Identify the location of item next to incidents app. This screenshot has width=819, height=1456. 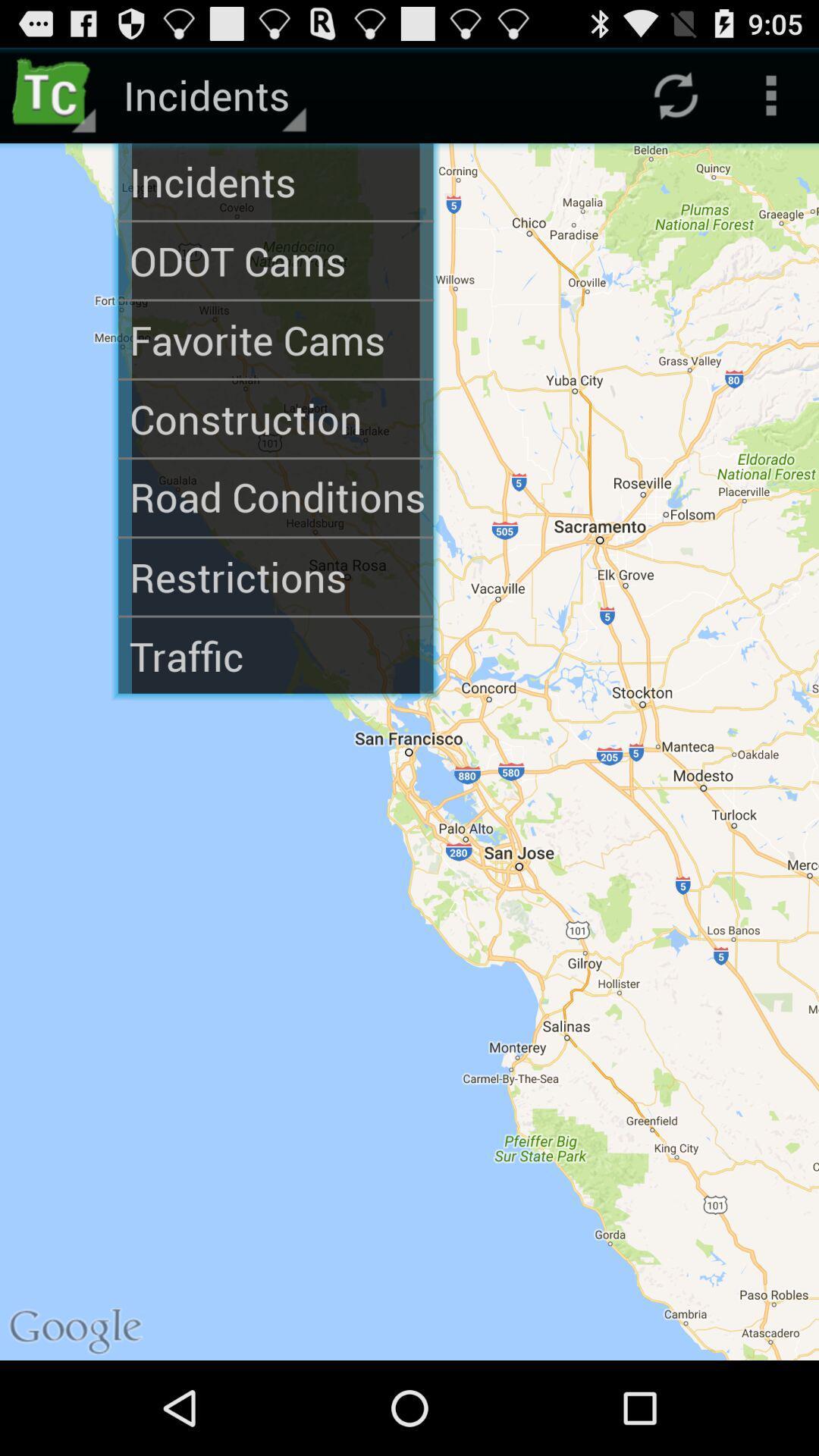
(55, 94).